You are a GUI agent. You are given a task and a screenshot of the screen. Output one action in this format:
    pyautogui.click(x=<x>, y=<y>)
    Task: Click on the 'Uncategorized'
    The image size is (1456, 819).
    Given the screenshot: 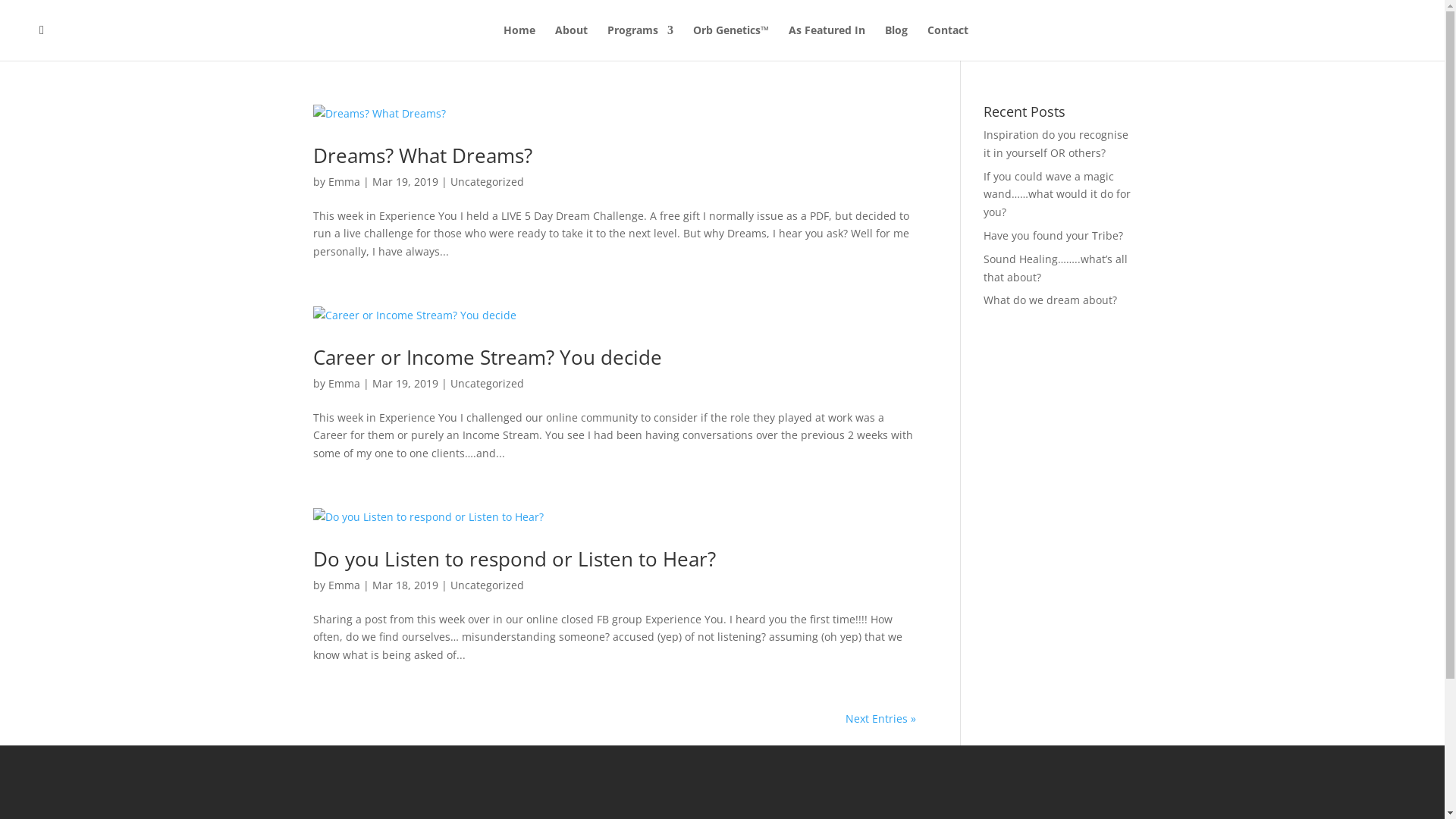 What is the action you would take?
    pyautogui.click(x=487, y=584)
    